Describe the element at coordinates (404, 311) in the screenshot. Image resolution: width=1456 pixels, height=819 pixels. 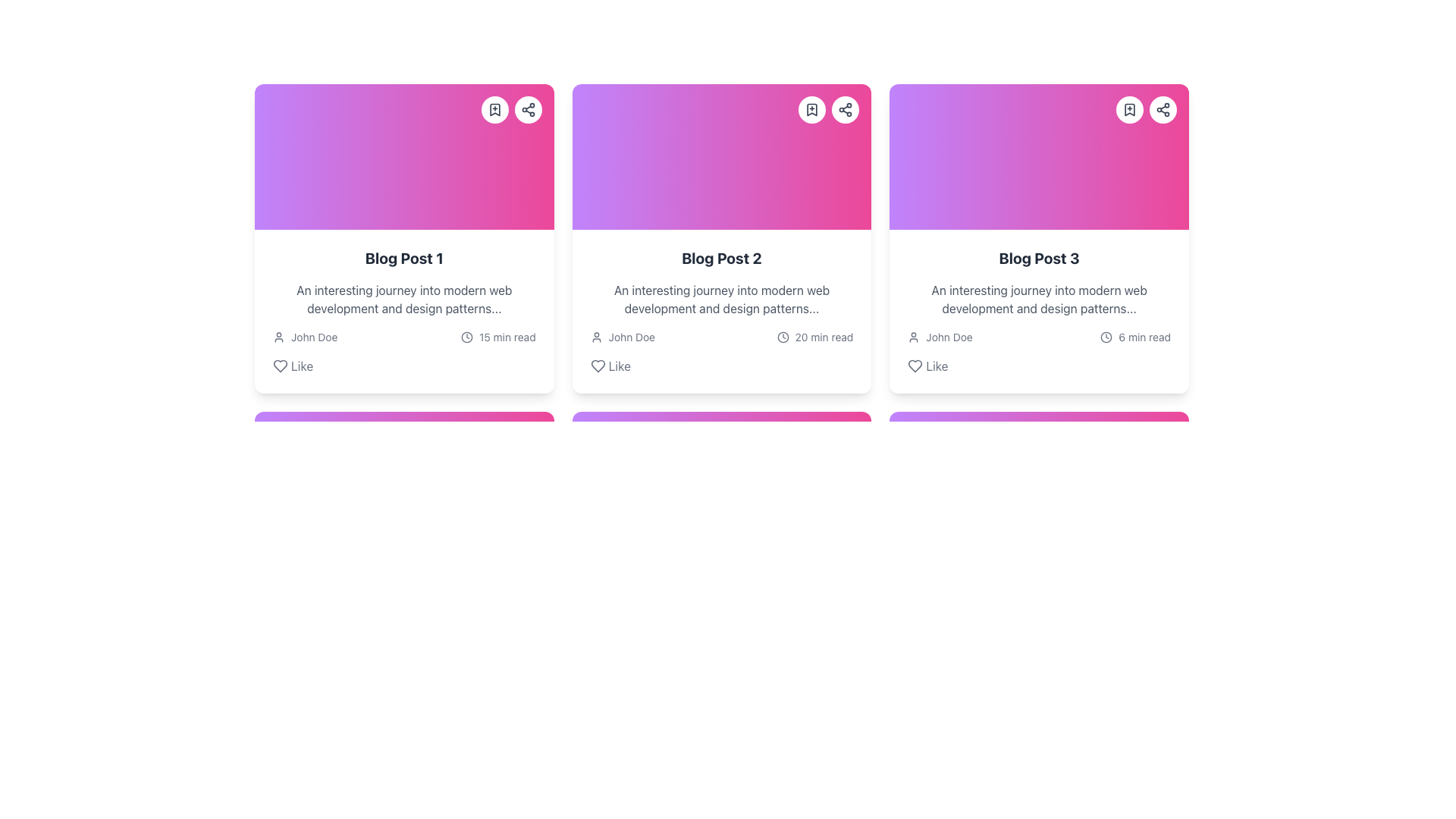
I see `information presented in the blog post summary card located at the top-left corner of the row of similar blog post cards` at that location.